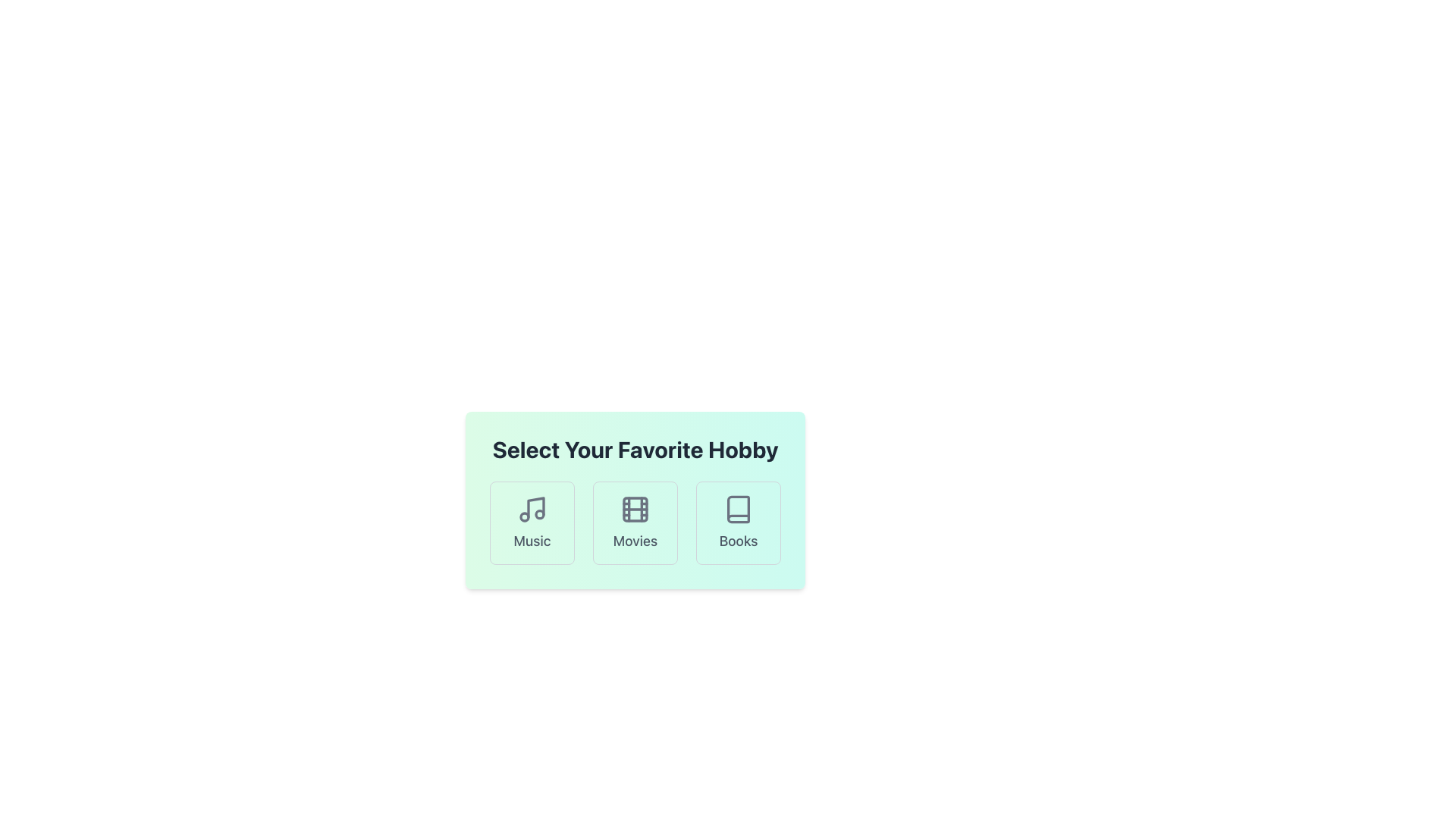  I want to click on the film reel icon located above the 'Movies' text in the second column of the options list, so click(635, 509).